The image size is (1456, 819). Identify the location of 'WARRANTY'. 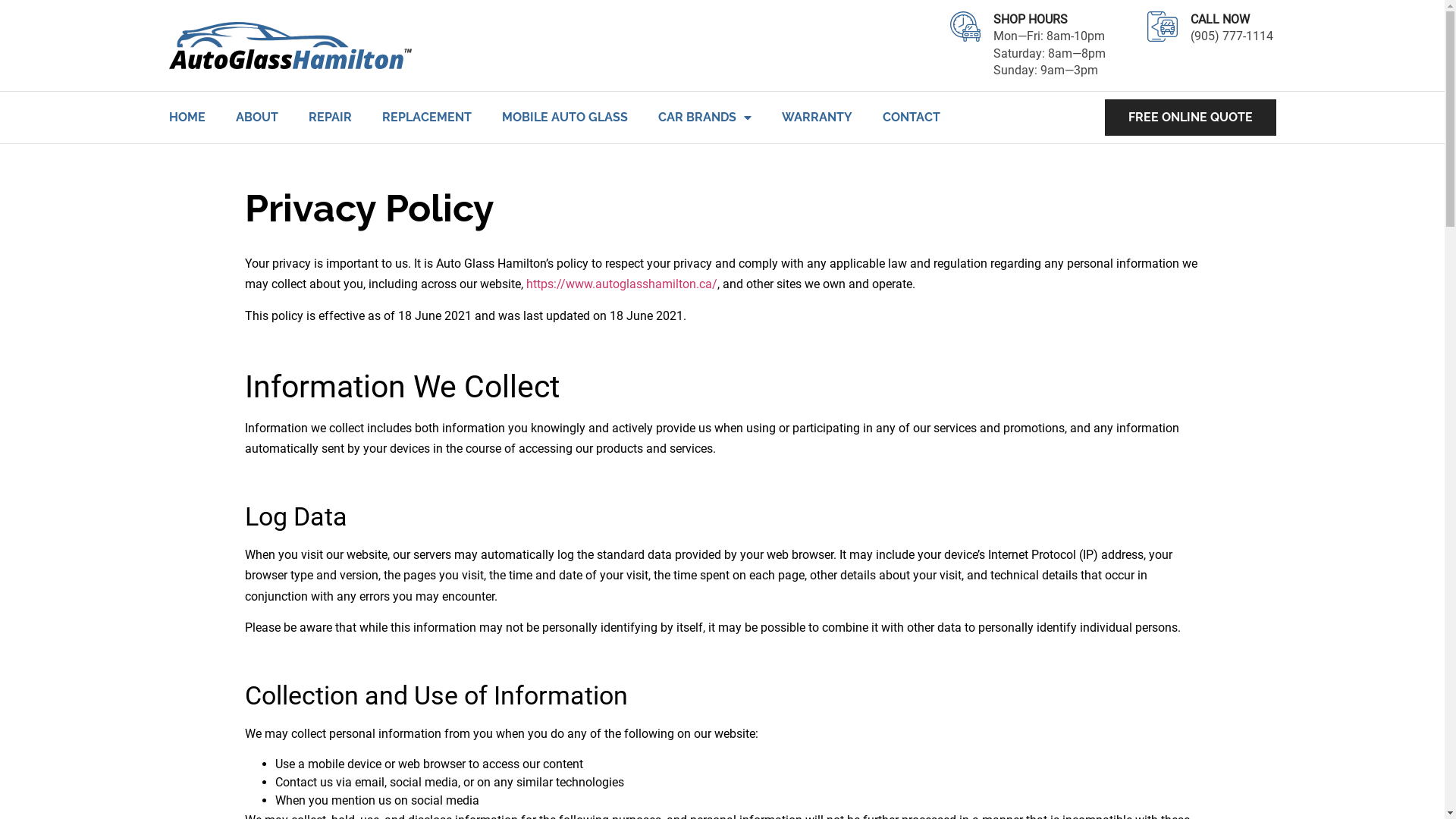
(815, 116).